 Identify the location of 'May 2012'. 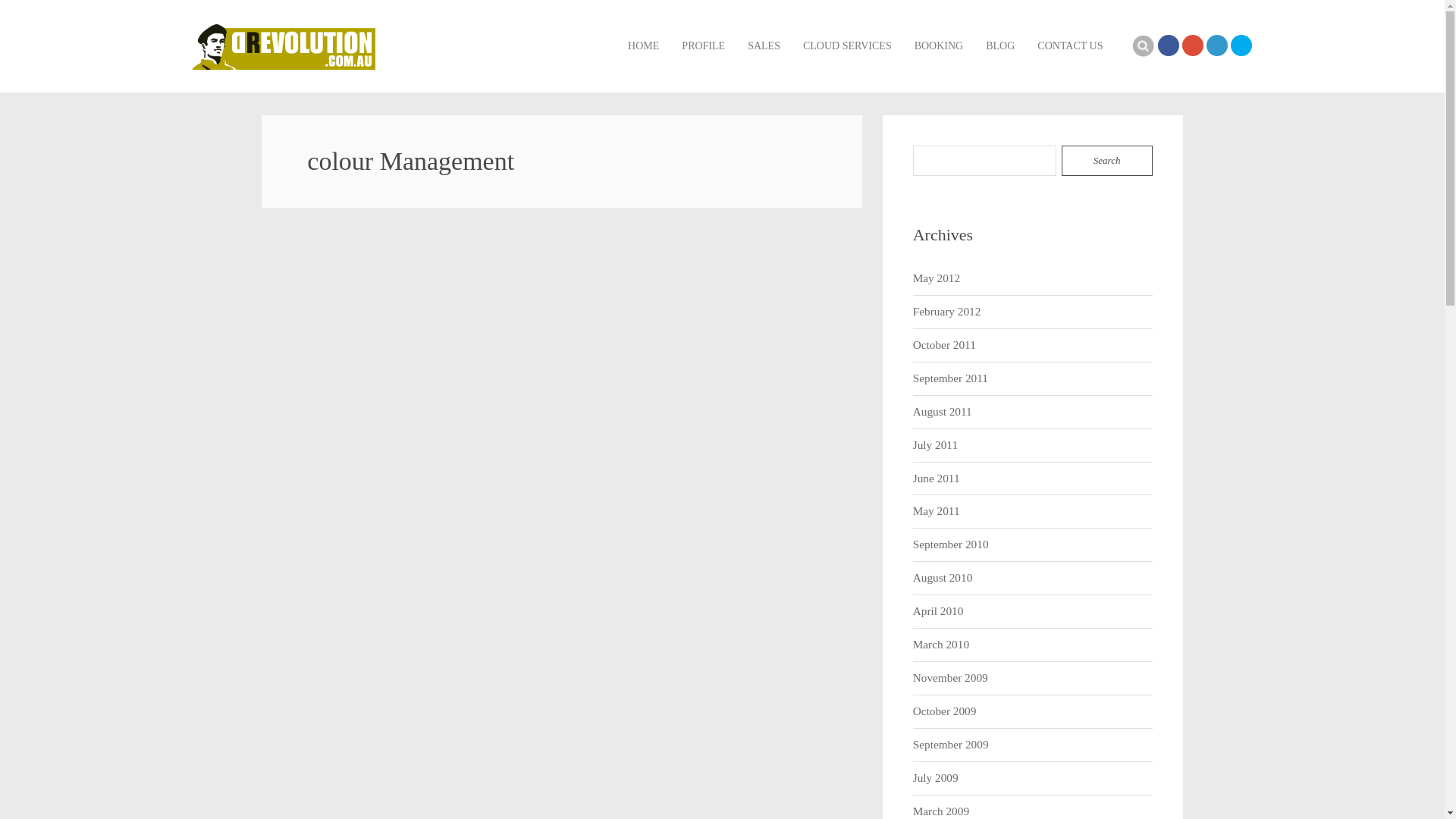
(935, 278).